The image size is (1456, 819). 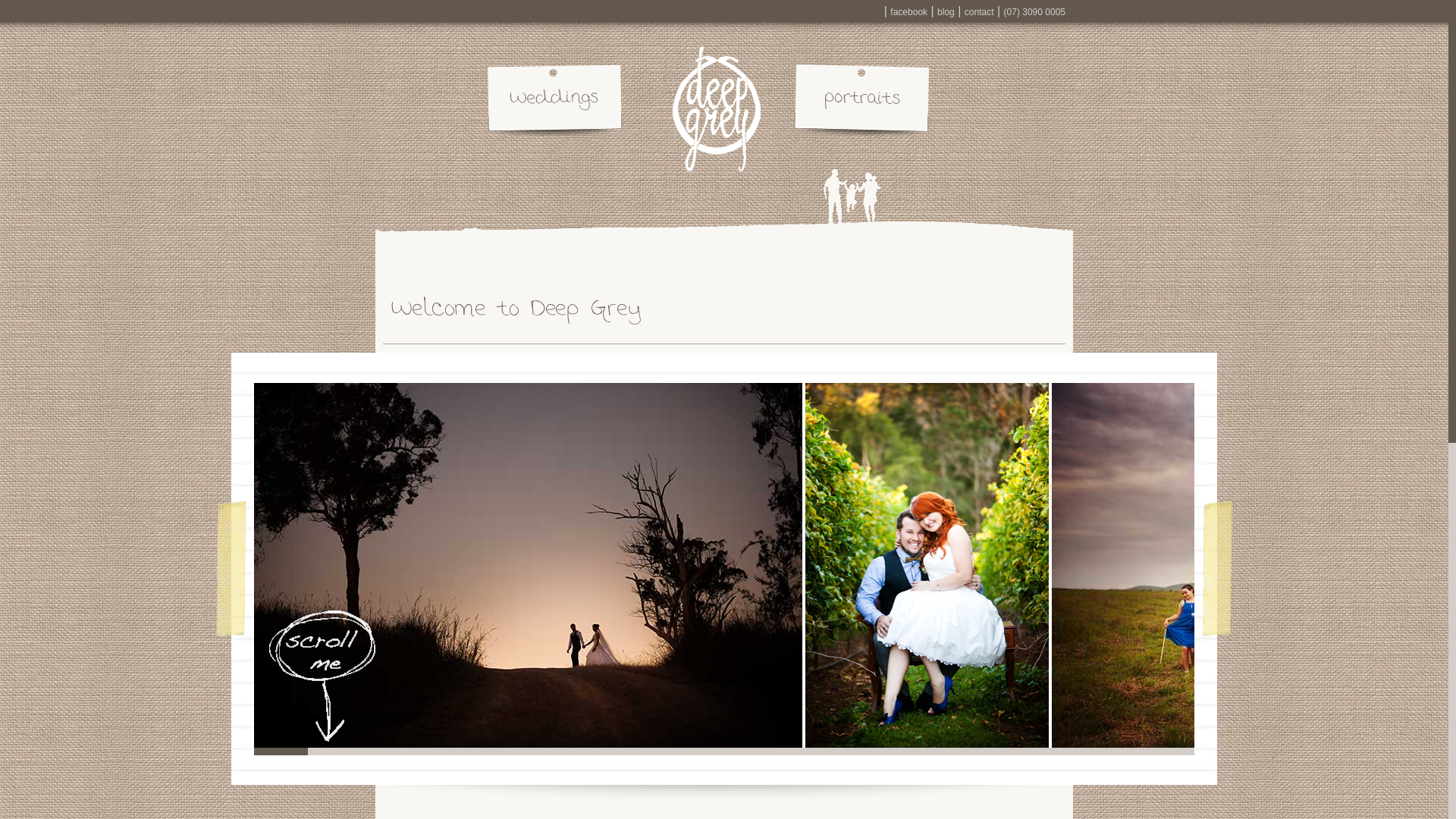 I want to click on 'blog', so click(x=945, y=11).